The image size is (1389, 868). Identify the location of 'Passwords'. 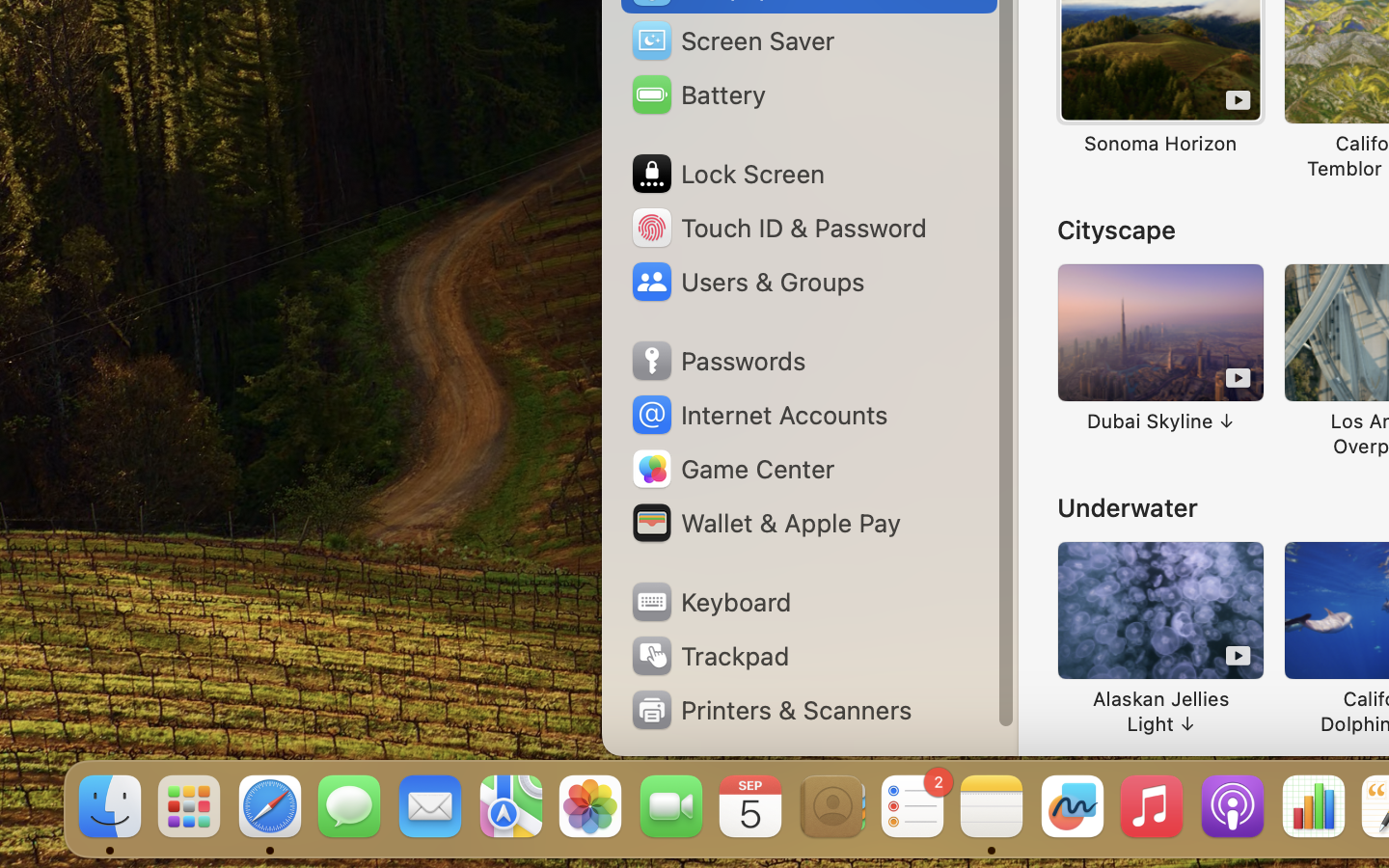
(717, 361).